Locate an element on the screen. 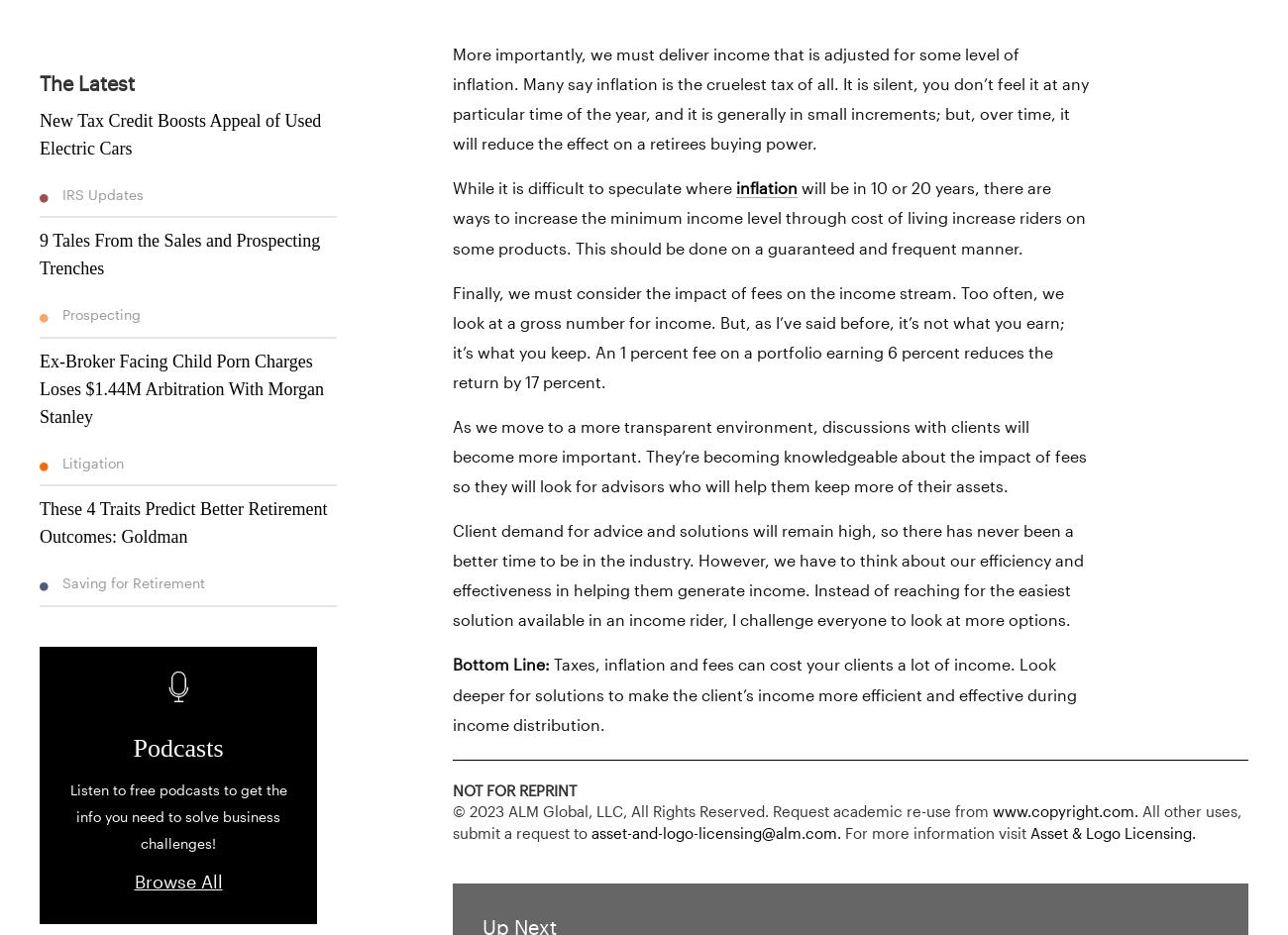 The width and height of the screenshot is (1288, 935). 'IRS Updates' is located at coordinates (101, 192).